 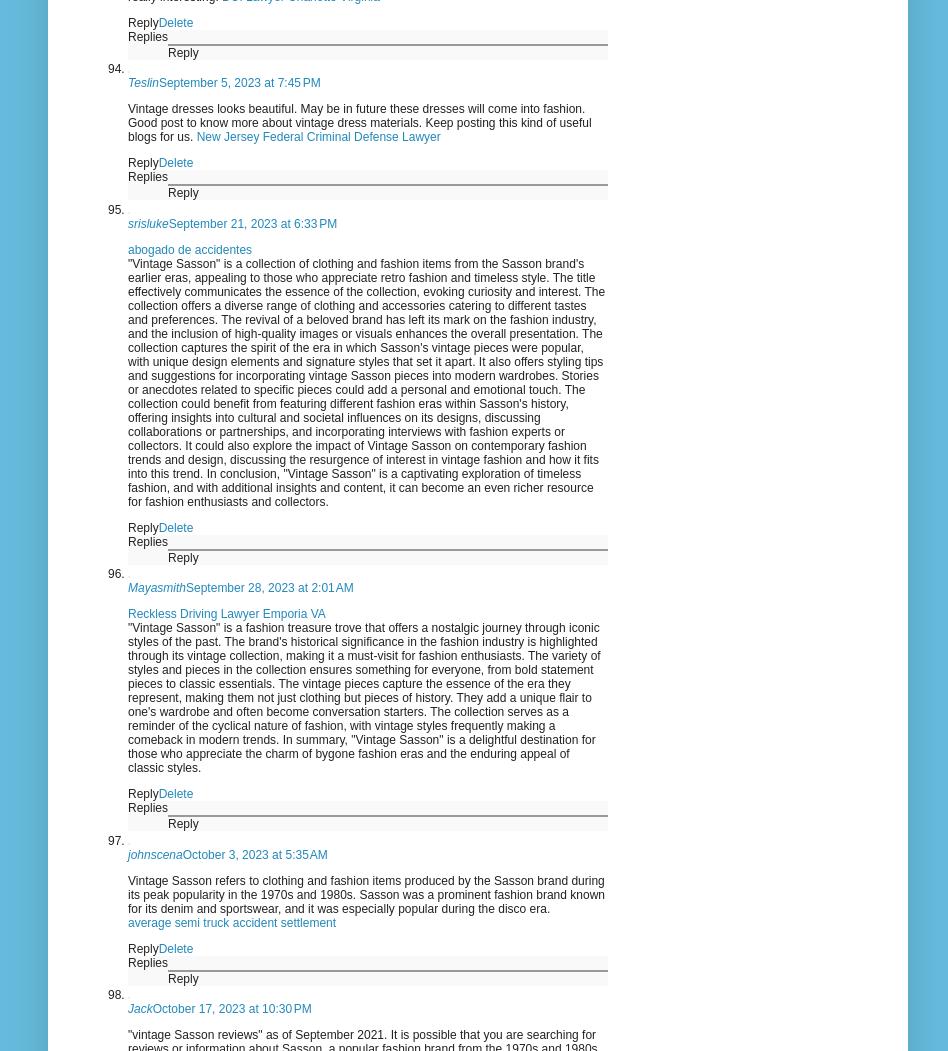 I want to click on 'Vintage dresses looks beautiful. May be in future these dresses will come into fashion. Good post to know more about vintage dress materials. Keep posting this kind of useful blogs for us.', so click(x=358, y=121).